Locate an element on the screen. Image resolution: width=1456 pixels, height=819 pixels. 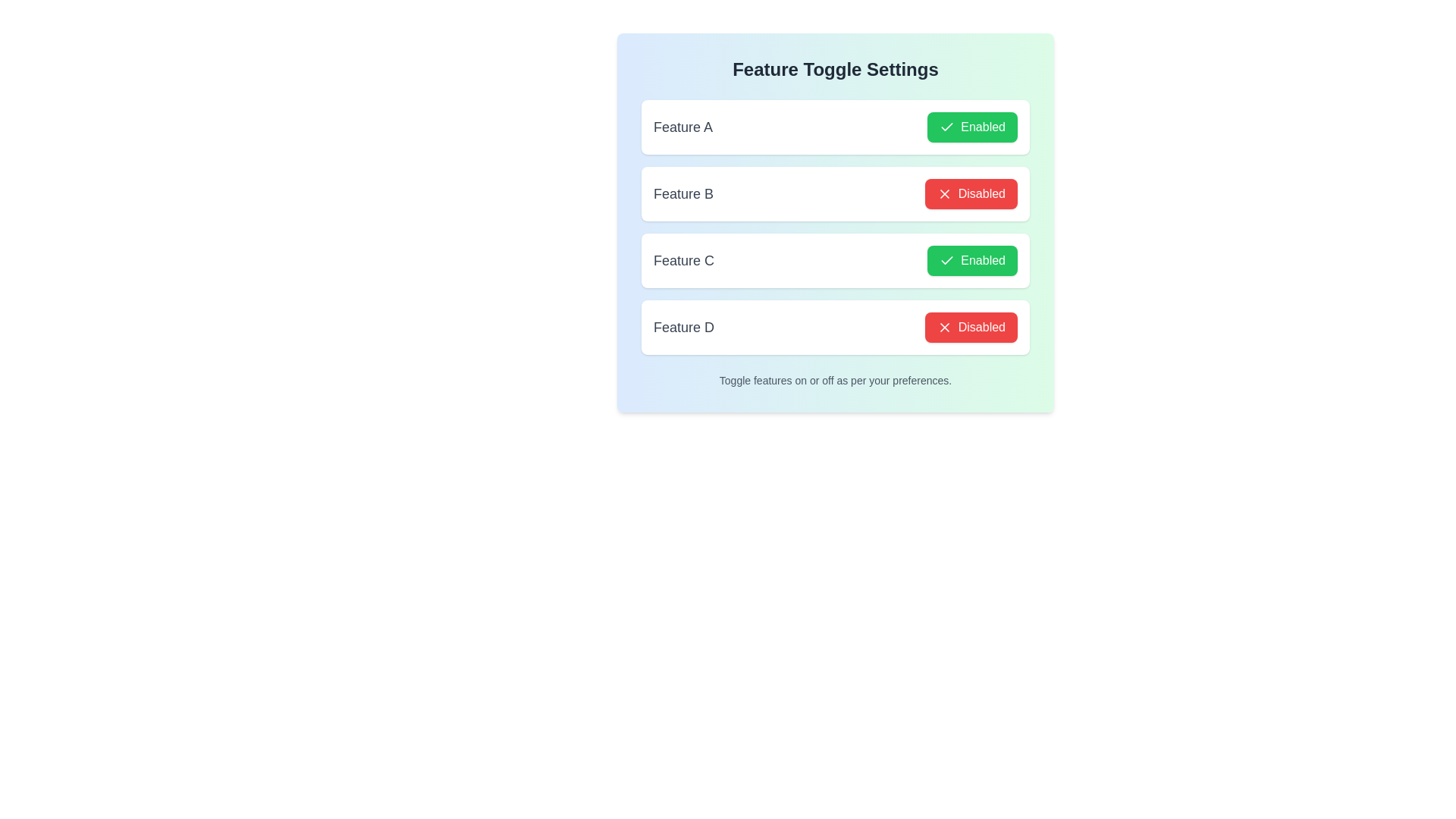
the prominently styled red button labeled 'Disabled' with a cross icon is located at coordinates (971, 193).